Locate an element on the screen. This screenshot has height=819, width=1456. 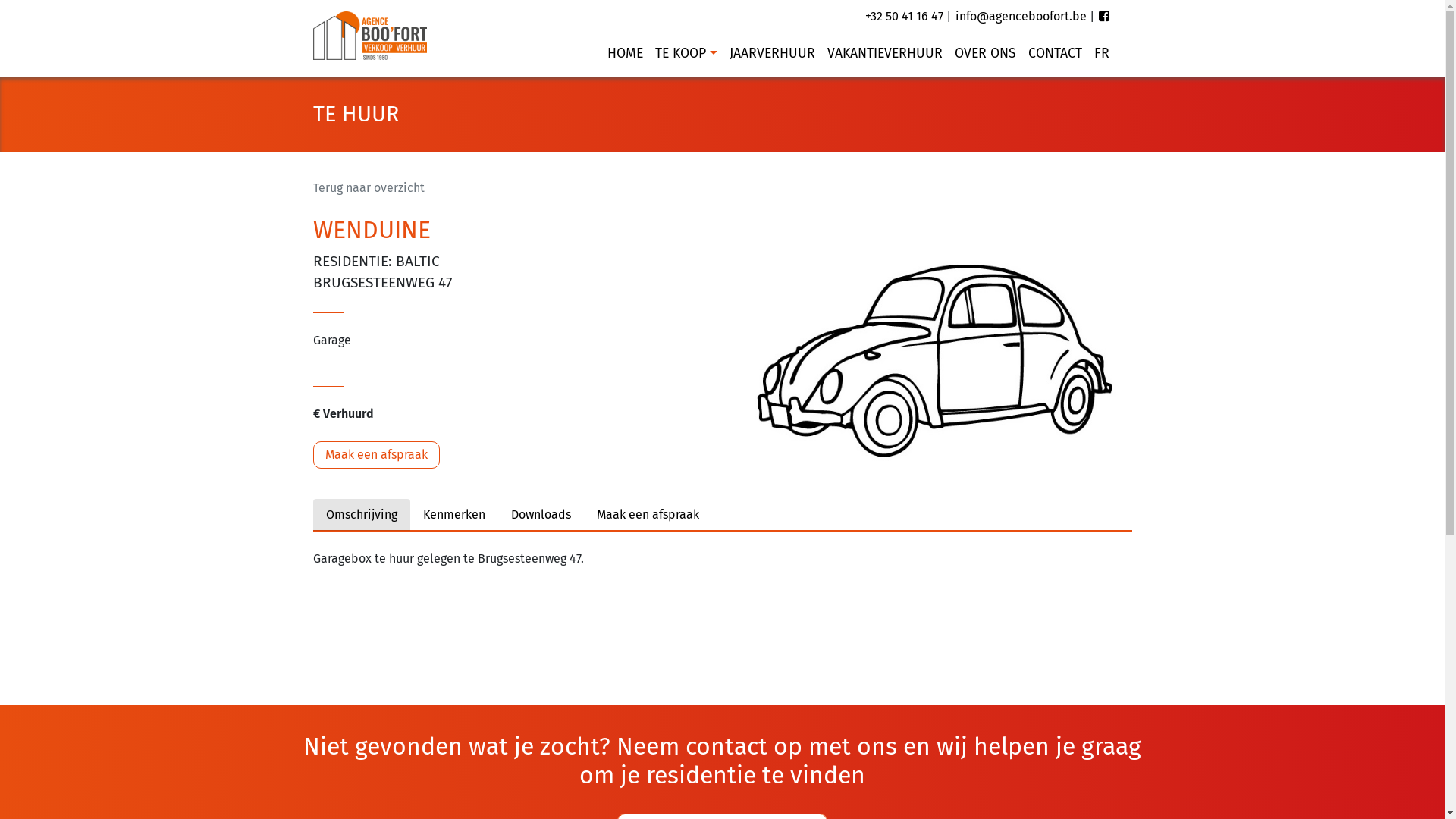
'FR' is located at coordinates (1087, 52).